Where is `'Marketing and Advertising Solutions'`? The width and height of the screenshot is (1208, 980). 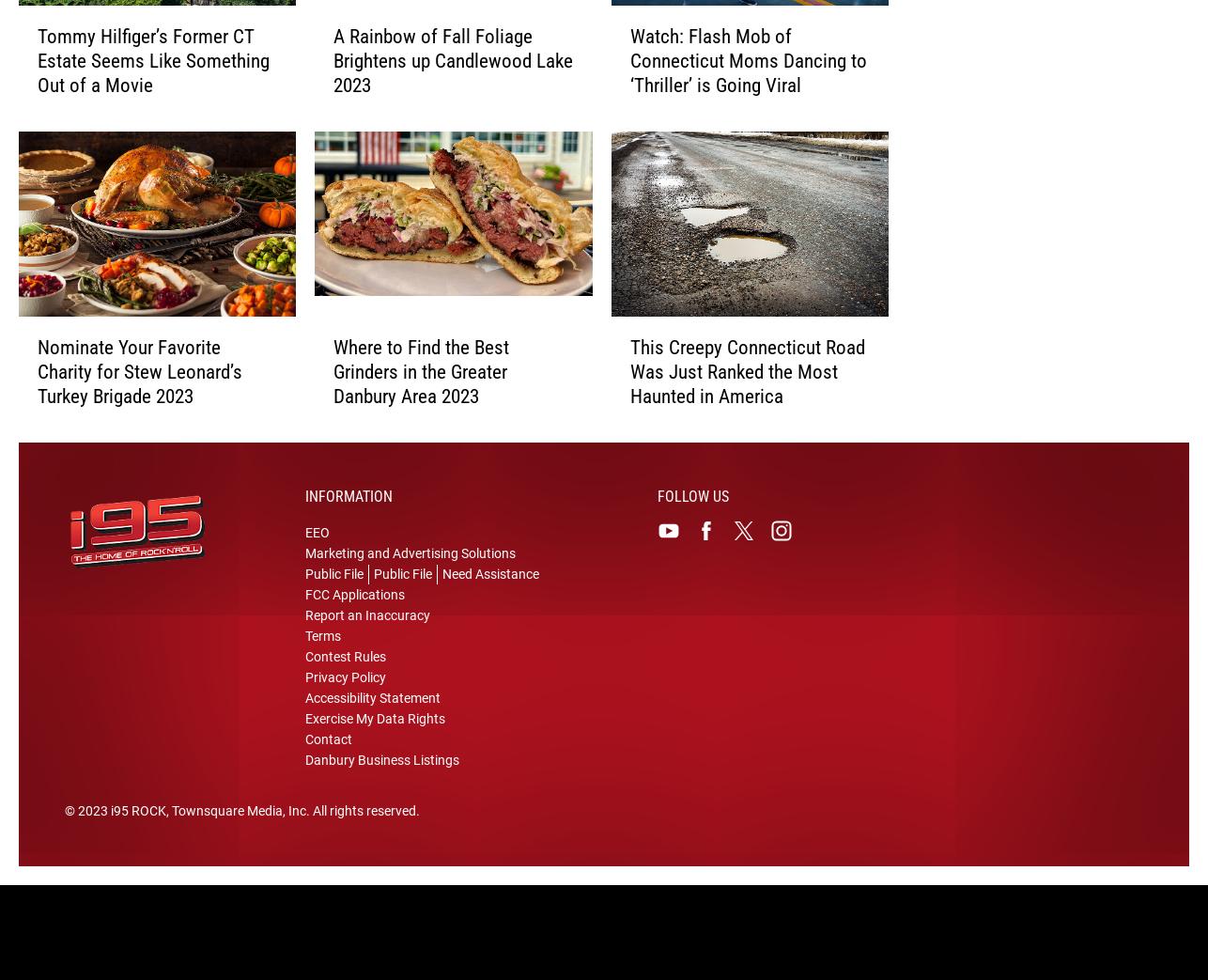
'Marketing and Advertising Solutions' is located at coordinates (409, 565).